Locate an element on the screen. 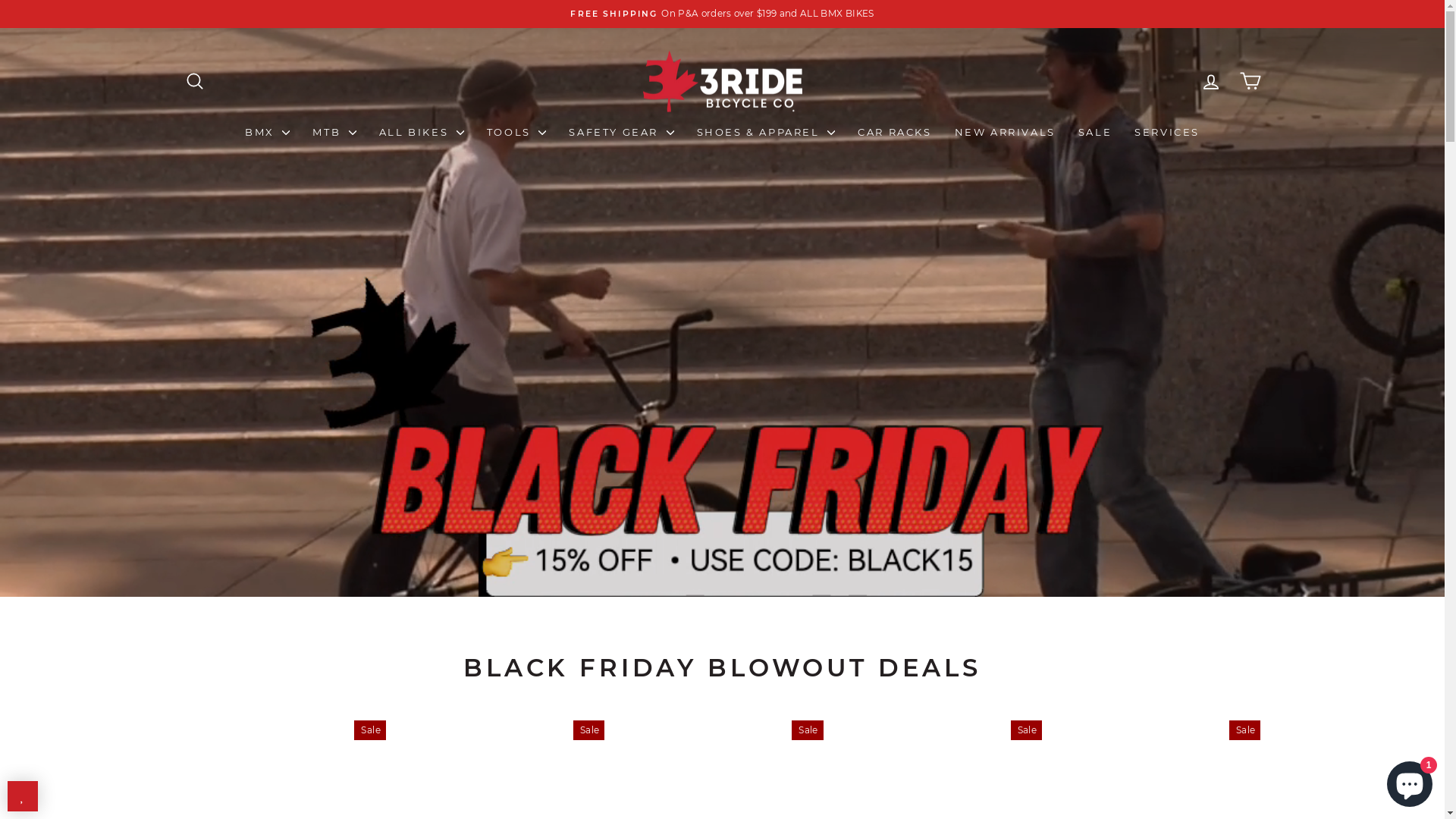 Image resolution: width=1456 pixels, height=819 pixels. 'ICON-SEARCH is located at coordinates (193, 80).